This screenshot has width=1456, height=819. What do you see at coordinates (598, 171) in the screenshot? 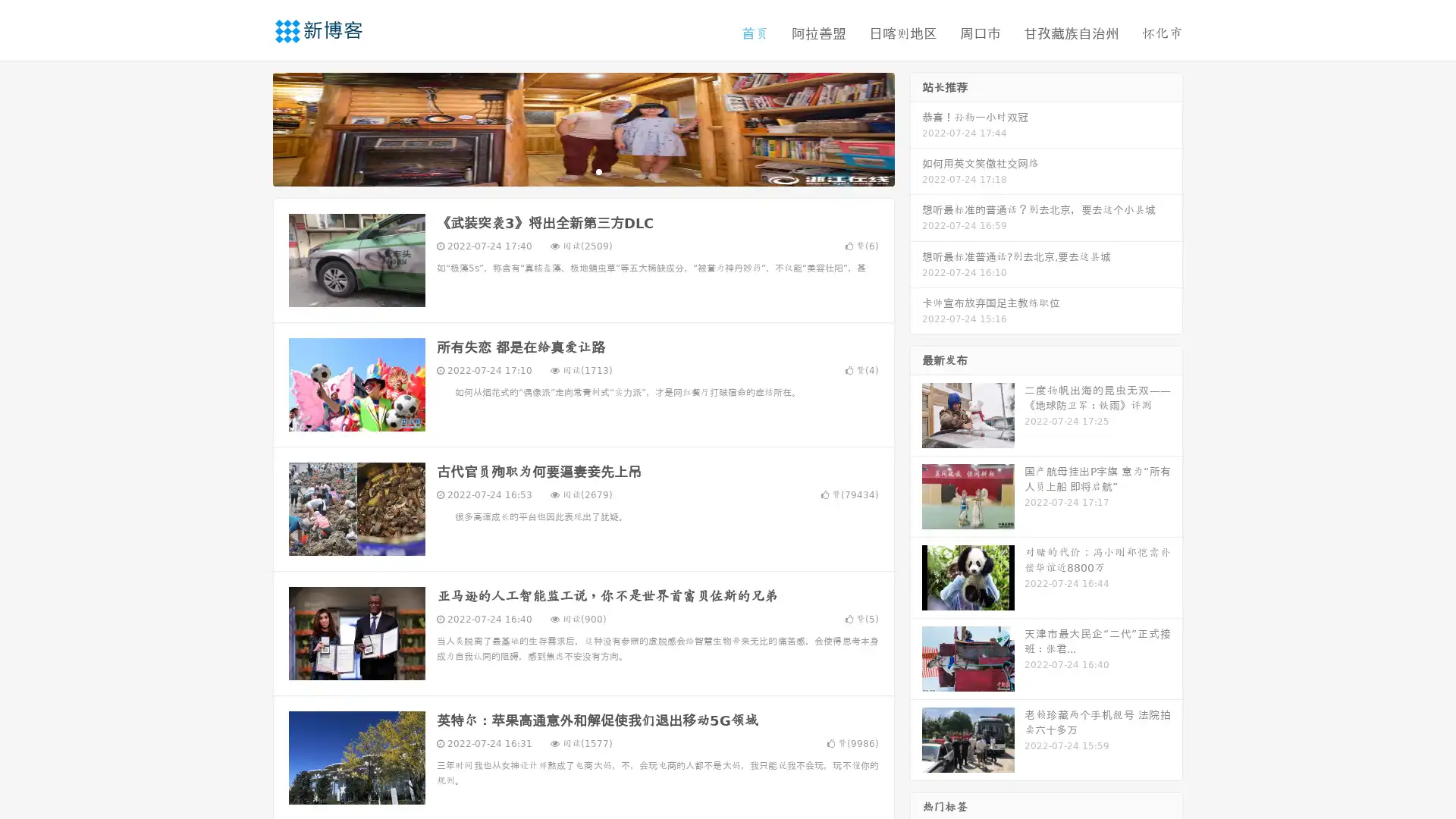
I see `Go to slide 3` at bounding box center [598, 171].